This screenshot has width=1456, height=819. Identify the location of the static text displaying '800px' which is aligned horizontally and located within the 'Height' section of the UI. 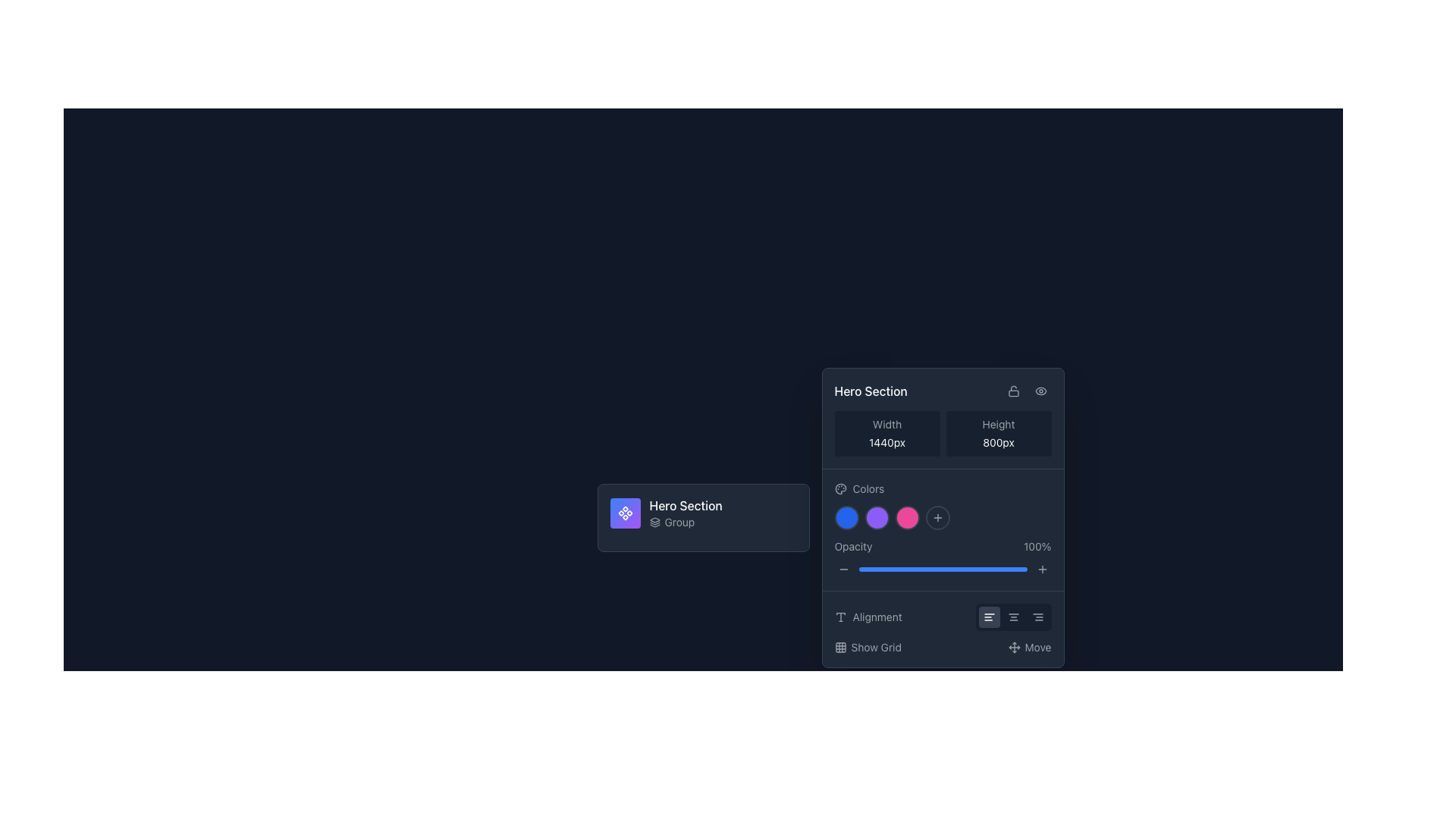
(998, 442).